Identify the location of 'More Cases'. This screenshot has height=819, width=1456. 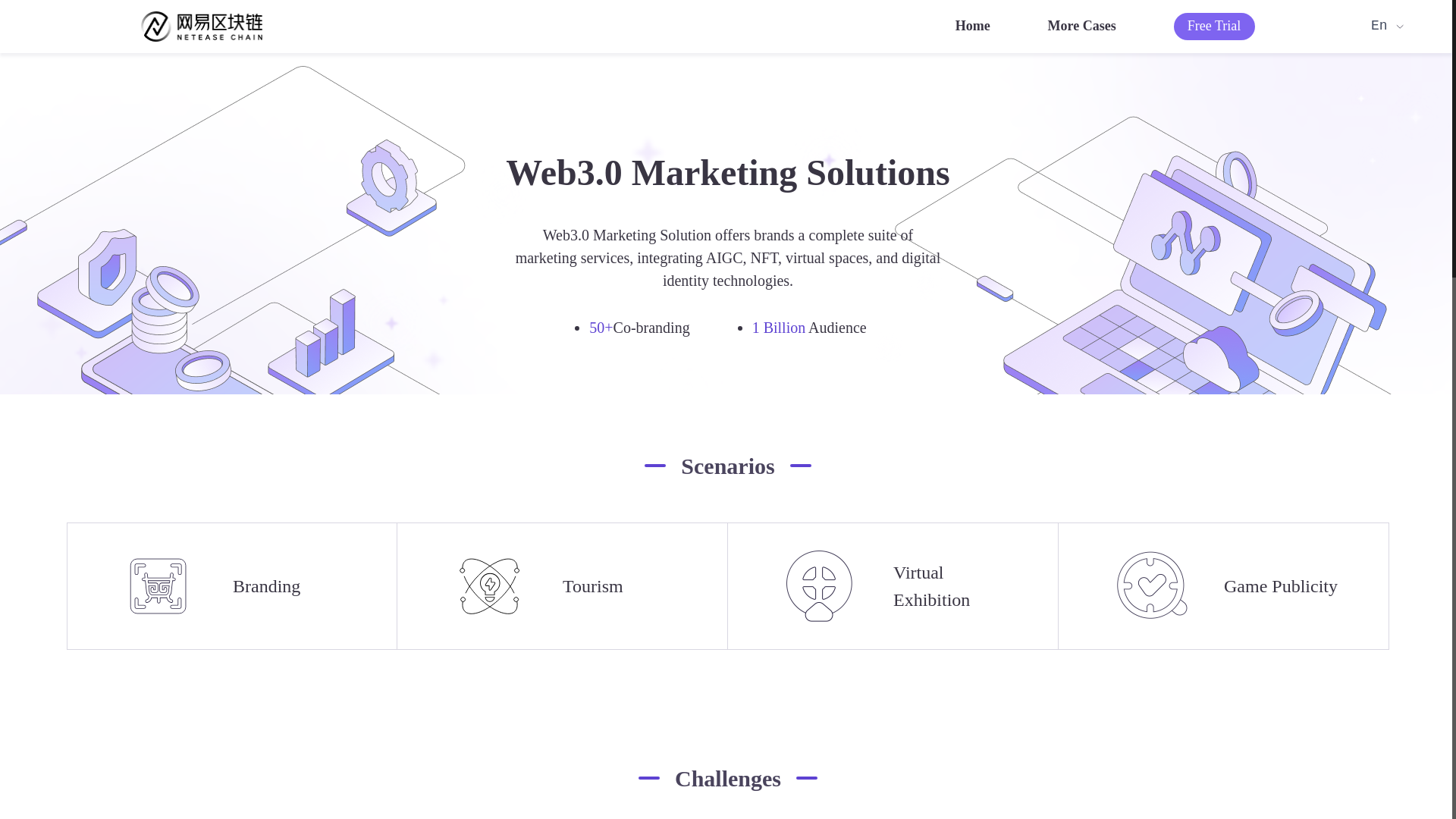
(1081, 26).